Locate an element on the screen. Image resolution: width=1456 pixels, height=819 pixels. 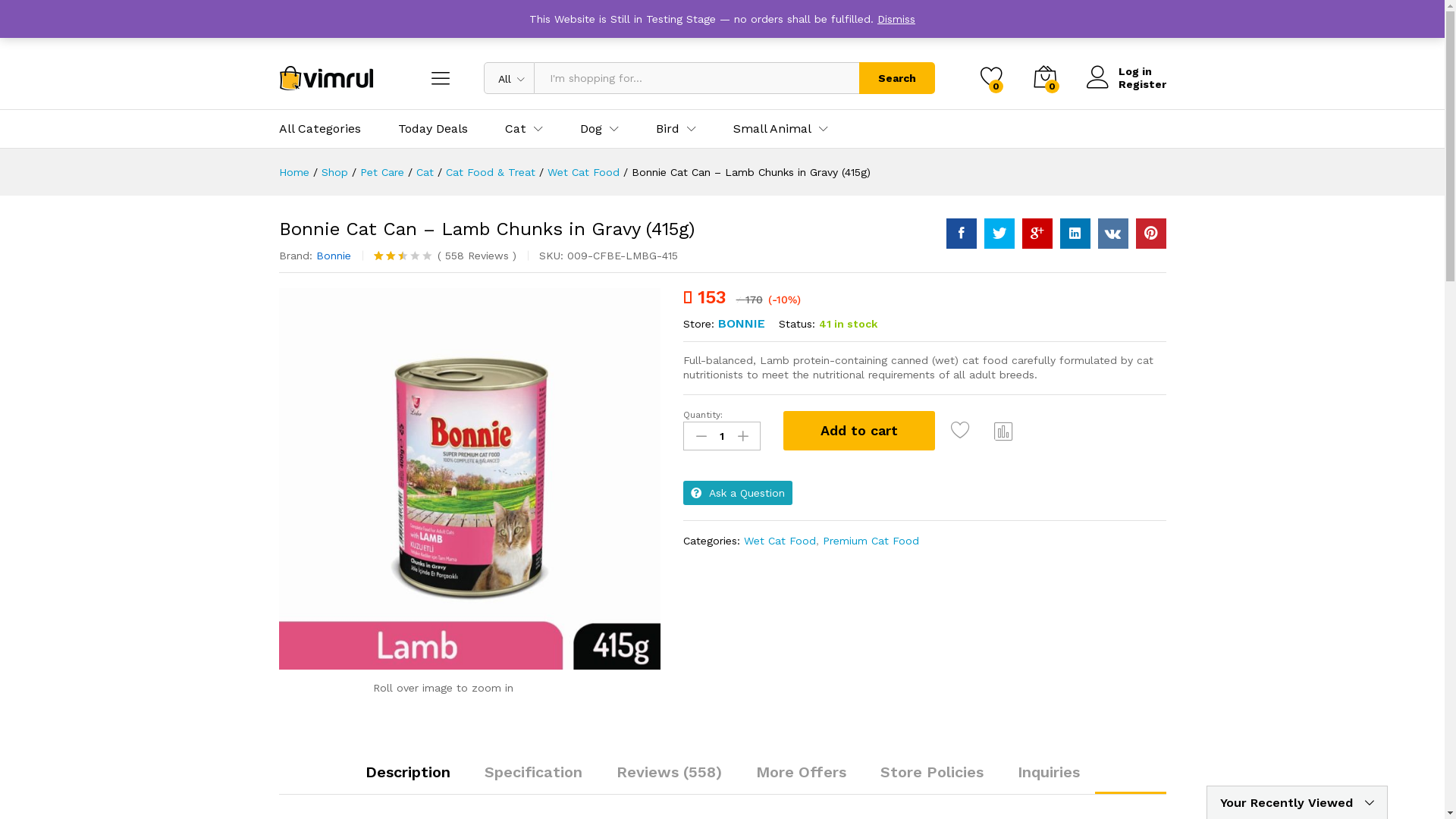
'Inquiries' is located at coordinates (1047, 772).